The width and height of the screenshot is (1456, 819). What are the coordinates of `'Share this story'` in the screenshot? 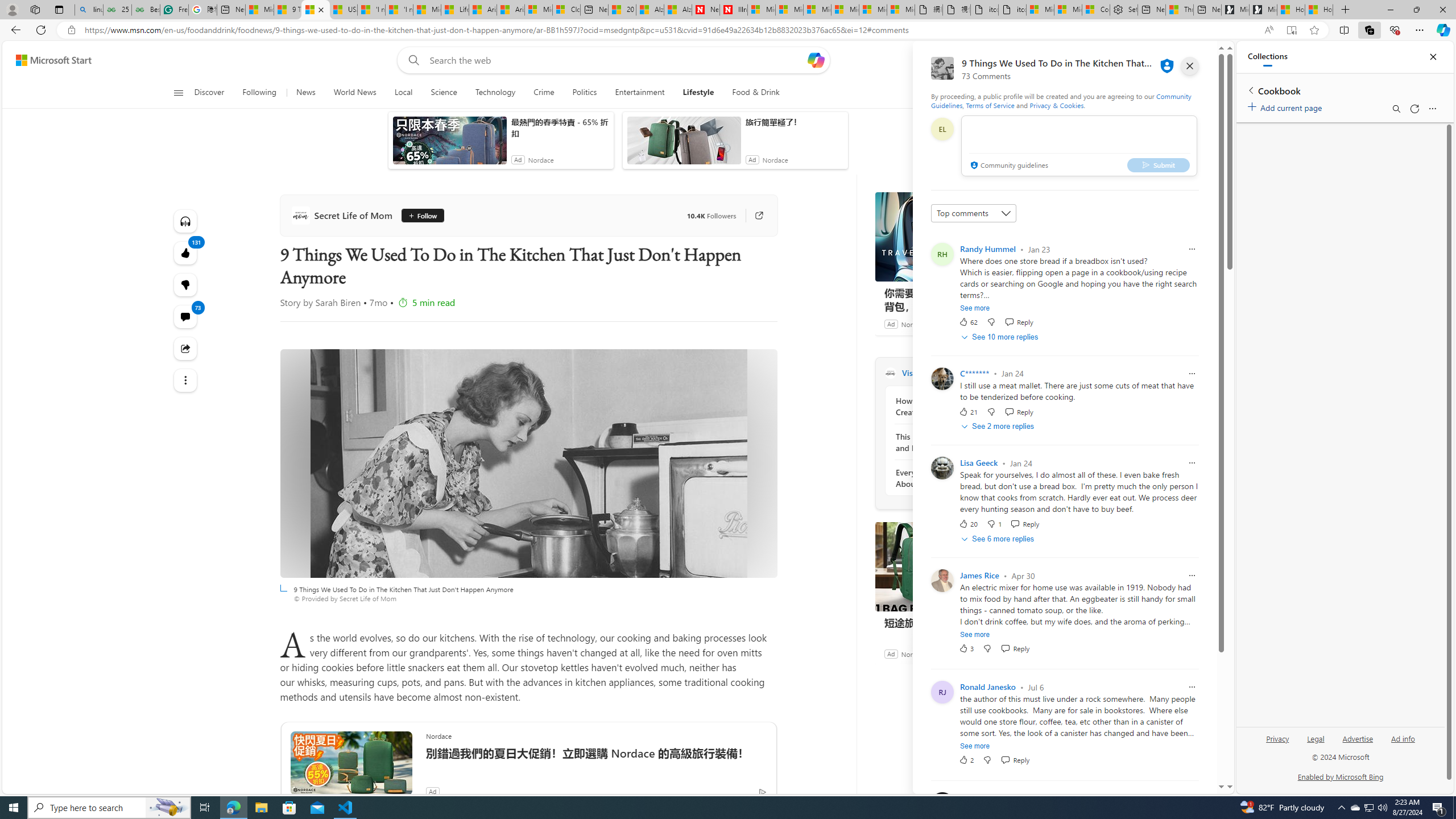 It's located at (185, 348).